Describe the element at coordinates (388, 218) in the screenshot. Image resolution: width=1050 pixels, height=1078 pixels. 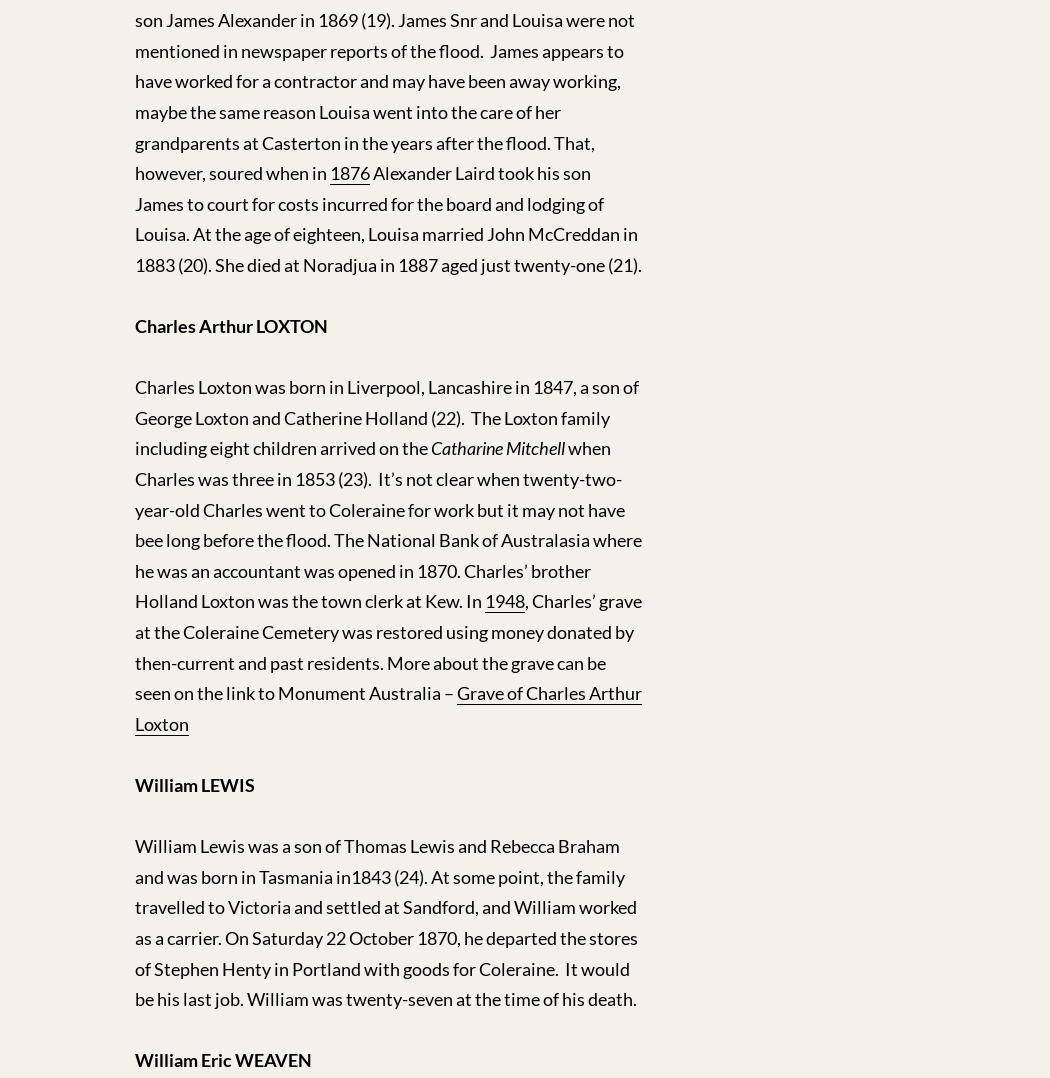
I see `'Alexander Laird took his son James to court for costs incurred for the board and lodging of Louisa. At the age of eighteen, Louisa married John McCreddan in 1883 (20). She died at Noradjua in 1887 aged just twenty-one (21).'` at that location.